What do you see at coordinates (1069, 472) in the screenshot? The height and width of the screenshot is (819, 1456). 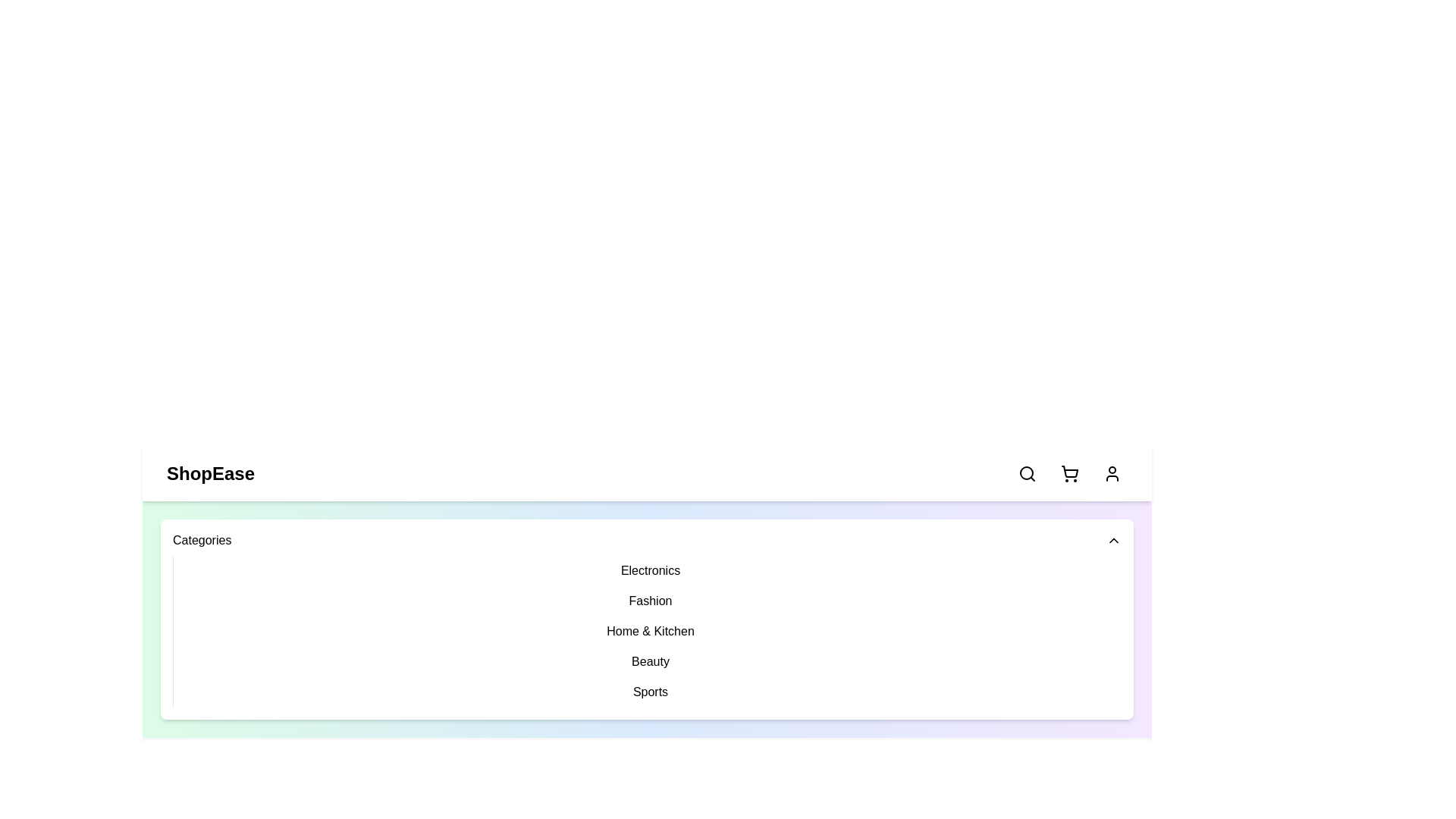 I see `the shopping cart icon located in the top-right corner of the navigation bar to possibly reveal additional cart details` at bounding box center [1069, 472].